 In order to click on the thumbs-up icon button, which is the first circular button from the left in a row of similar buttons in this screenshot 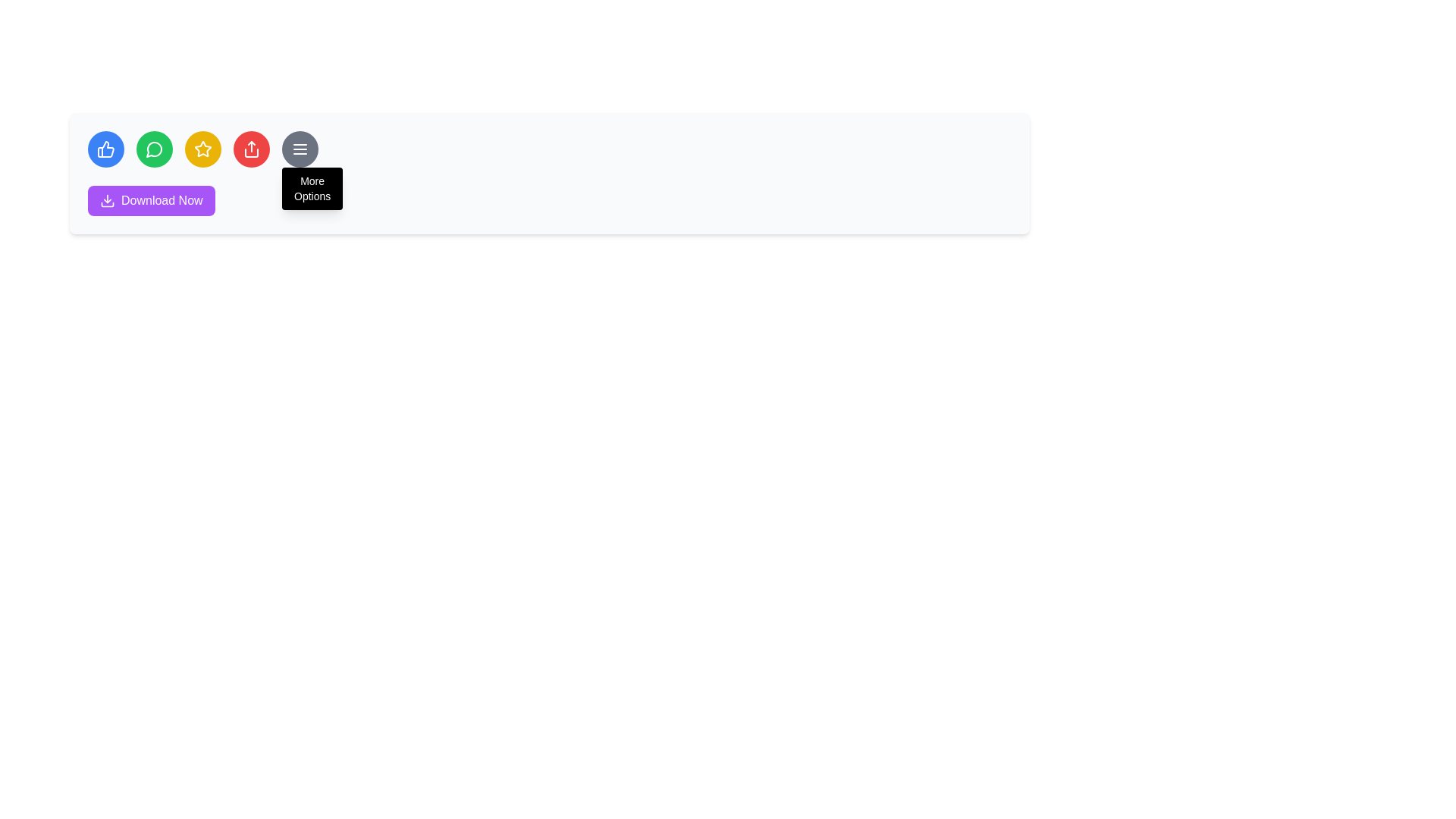, I will do `click(105, 149)`.